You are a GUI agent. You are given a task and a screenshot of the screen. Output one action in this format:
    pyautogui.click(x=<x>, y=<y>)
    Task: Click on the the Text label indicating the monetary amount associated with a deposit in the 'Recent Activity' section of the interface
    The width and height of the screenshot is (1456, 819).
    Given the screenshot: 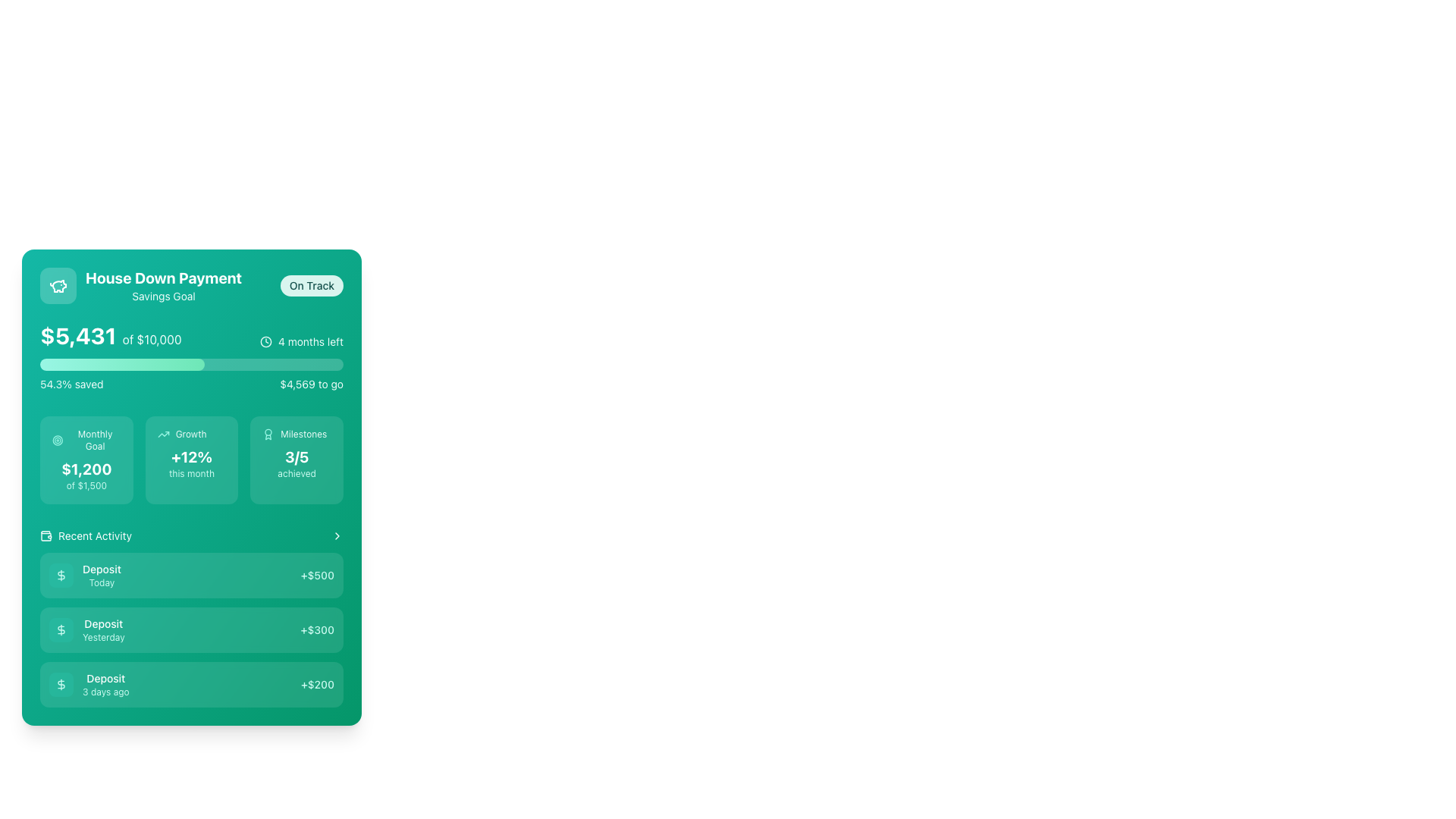 What is the action you would take?
    pyautogui.click(x=316, y=684)
    